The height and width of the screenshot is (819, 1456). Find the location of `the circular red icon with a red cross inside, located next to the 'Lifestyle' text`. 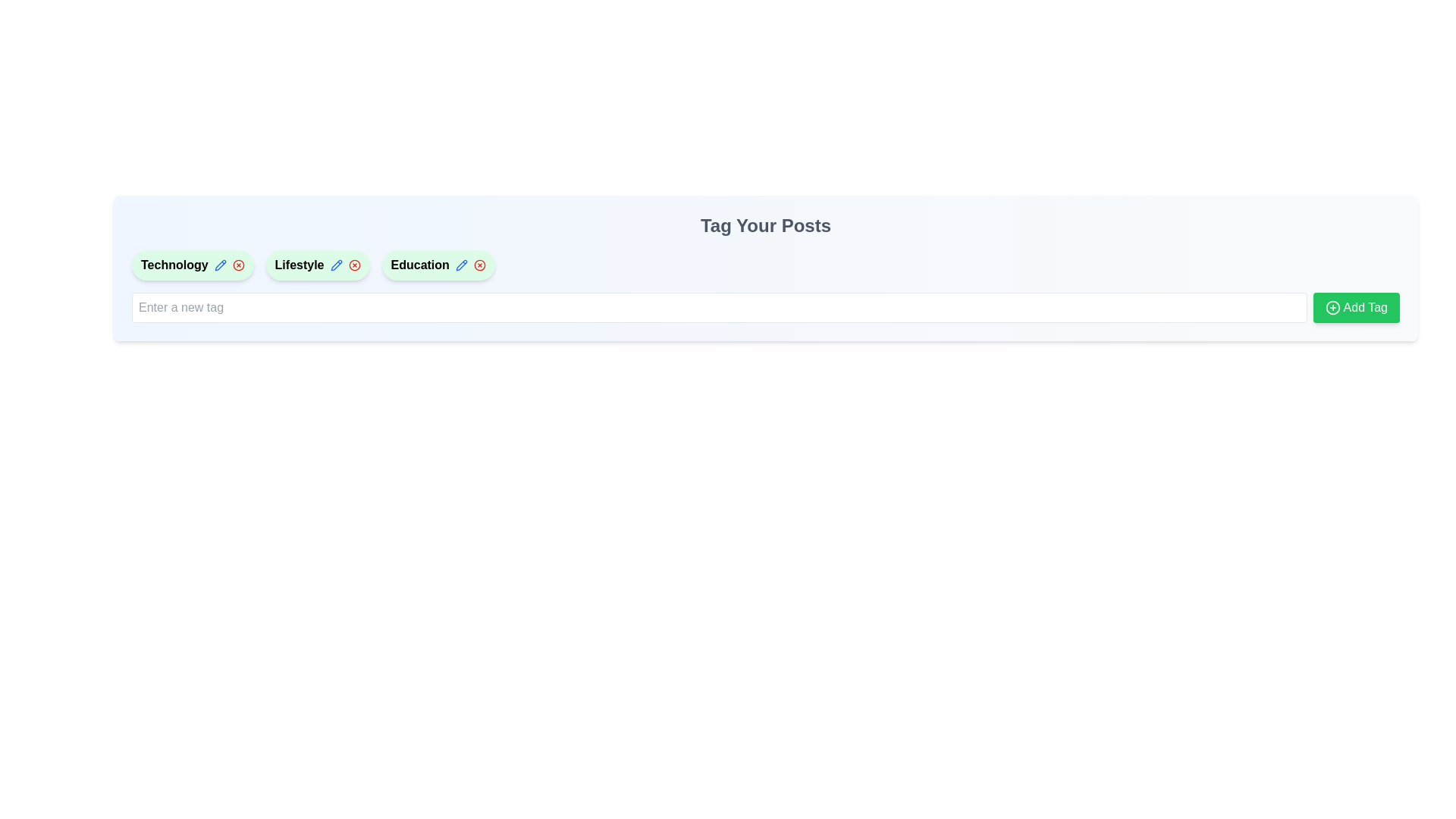

the circular red icon with a red cross inside, located next to the 'Lifestyle' text is located at coordinates (353, 265).